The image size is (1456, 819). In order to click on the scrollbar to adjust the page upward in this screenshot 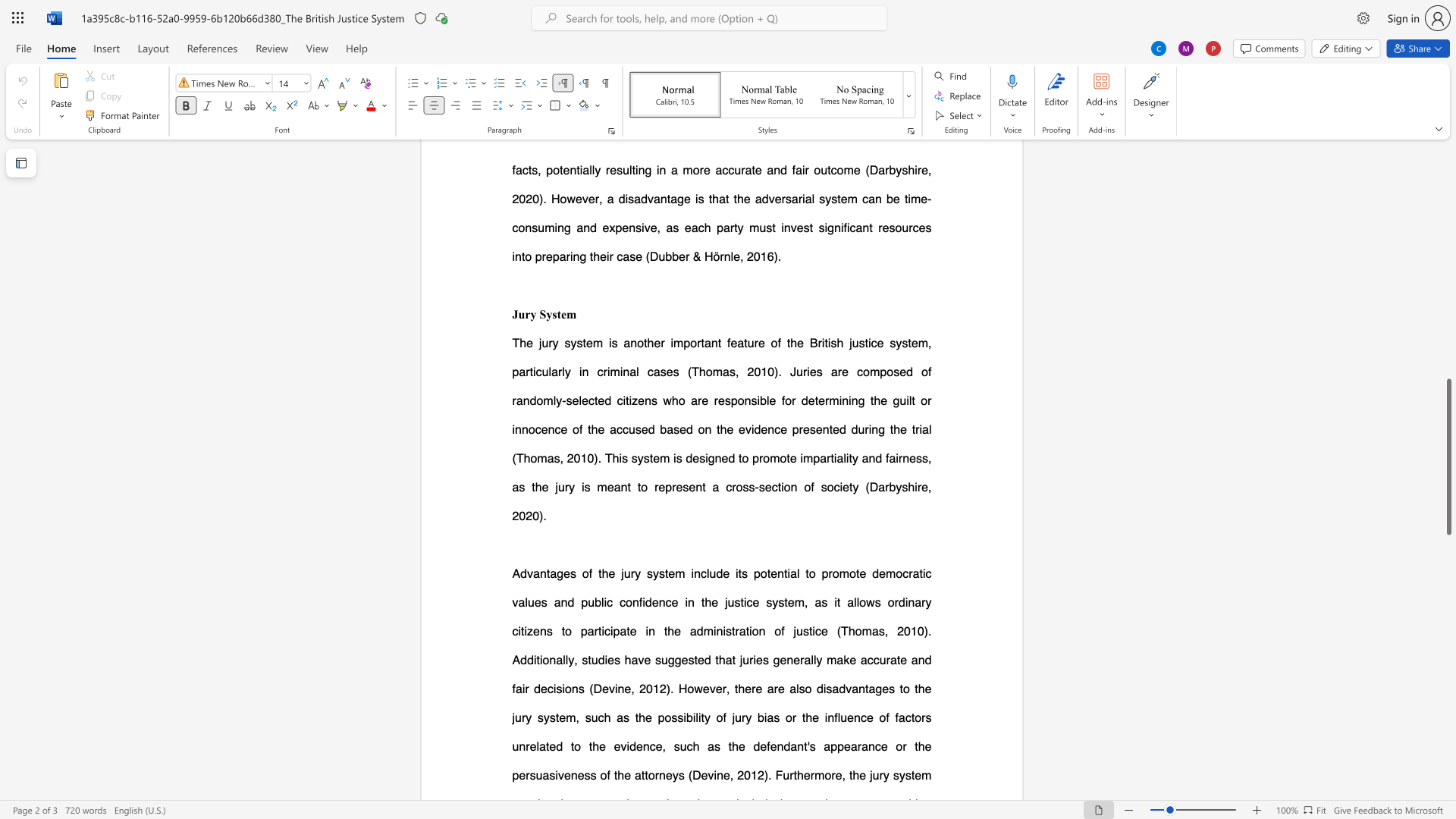, I will do `click(1448, 288)`.